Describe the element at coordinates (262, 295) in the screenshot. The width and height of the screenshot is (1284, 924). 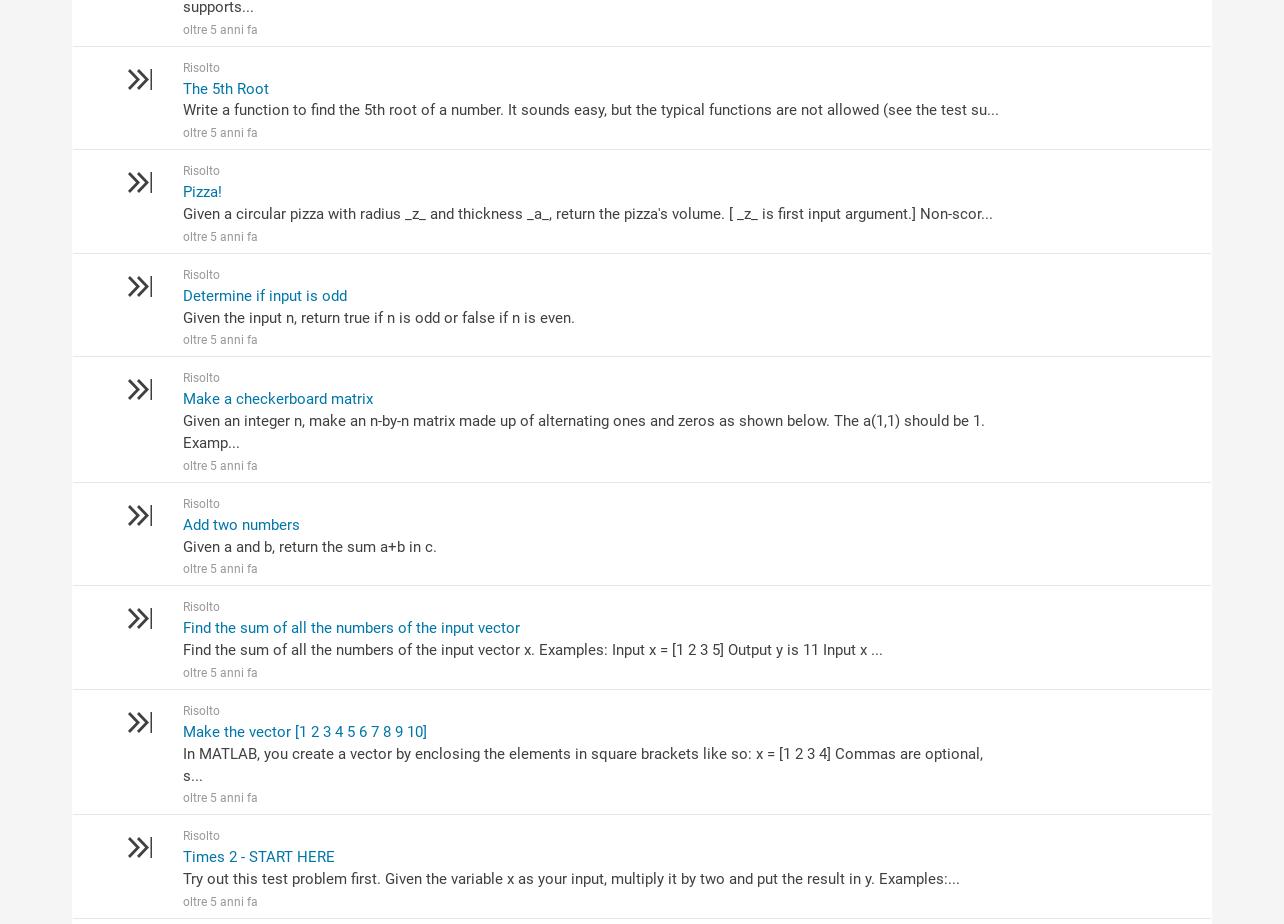
I see `'Determine if input is odd'` at that location.